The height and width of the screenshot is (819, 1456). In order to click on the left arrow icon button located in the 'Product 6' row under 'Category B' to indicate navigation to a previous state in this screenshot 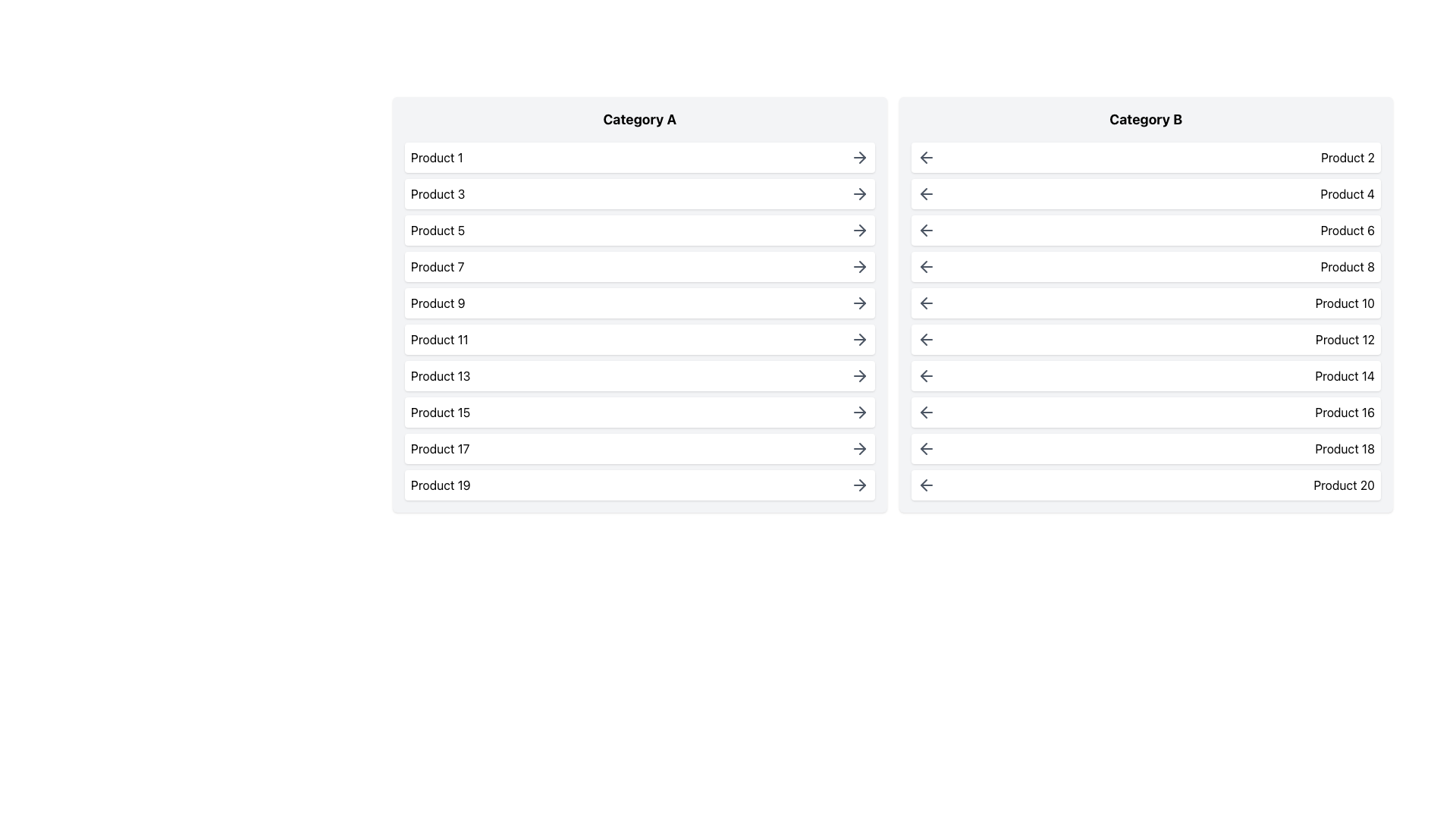, I will do `click(925, 231)`.